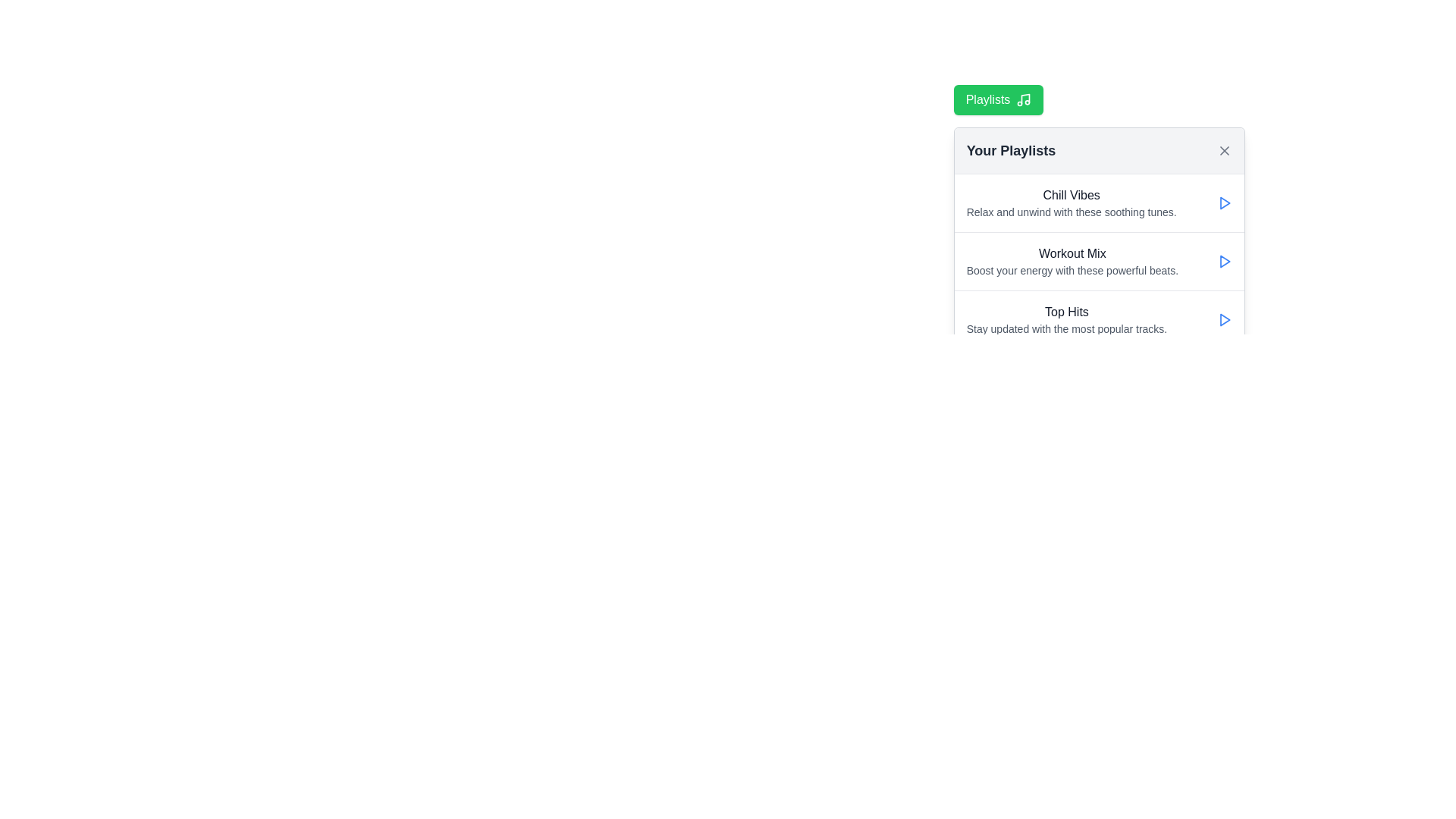 The height and width of the screenshot is (819, 1456). I want to click on the green 'Playlists' button with a music note icon located at the top-left of the playlist-themed popup dialog, so click(998, 99).